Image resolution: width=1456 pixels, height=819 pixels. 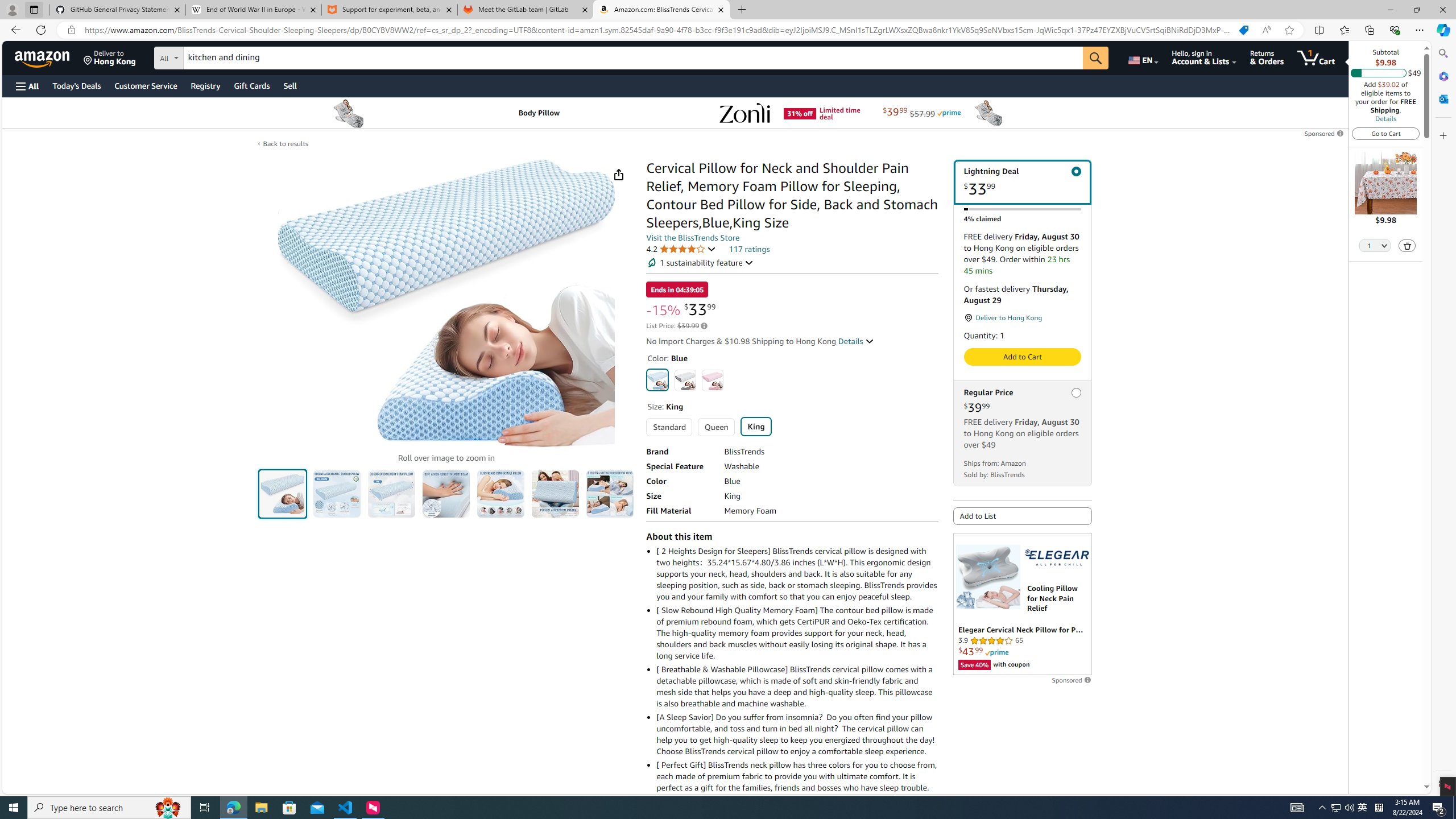 What do you see at coordinates (855, 341) in the screenshot?
I see `'Details '` at bounding box center [855, 341].